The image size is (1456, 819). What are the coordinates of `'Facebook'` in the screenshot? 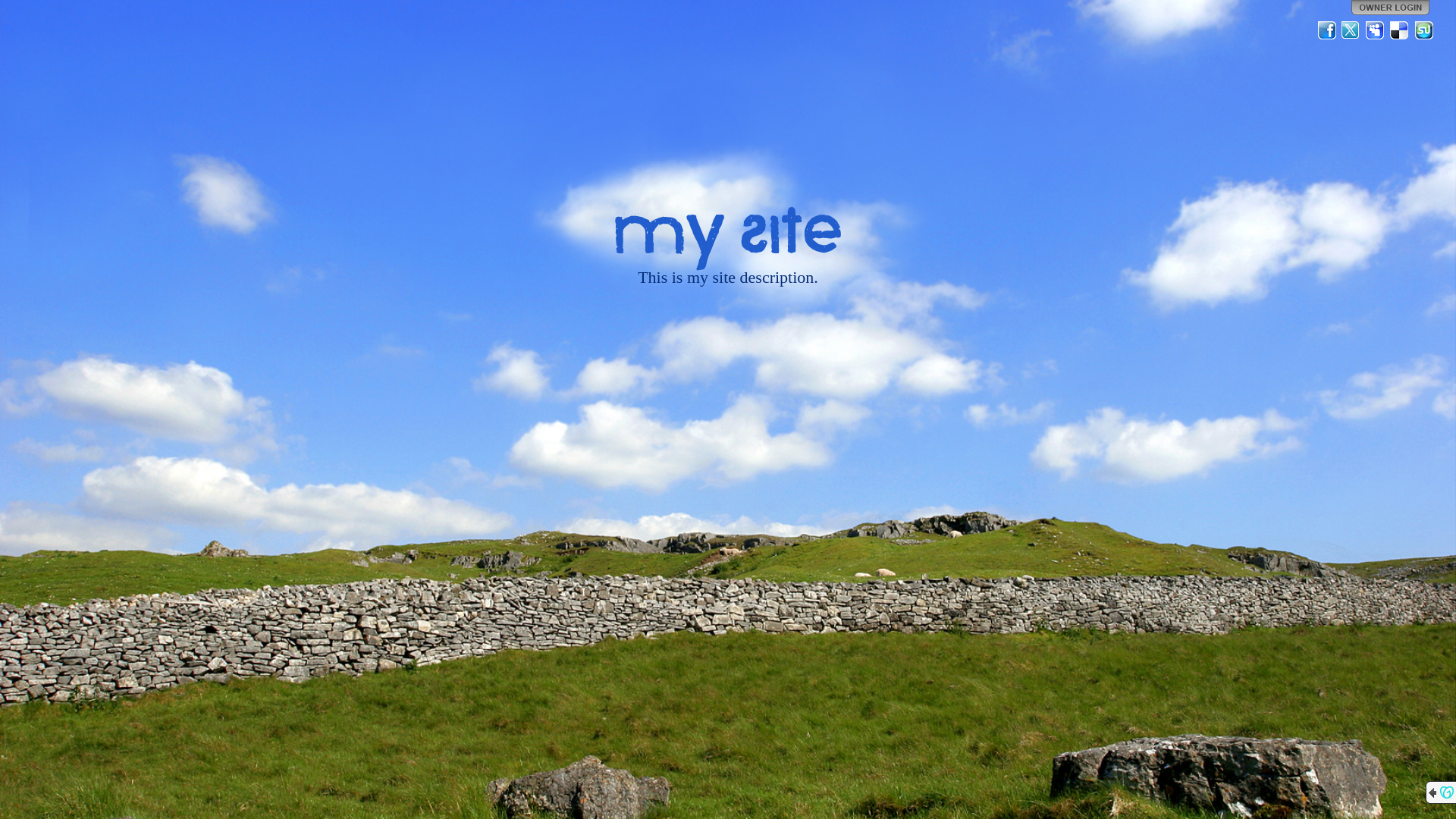 It's located at (1326, 30).